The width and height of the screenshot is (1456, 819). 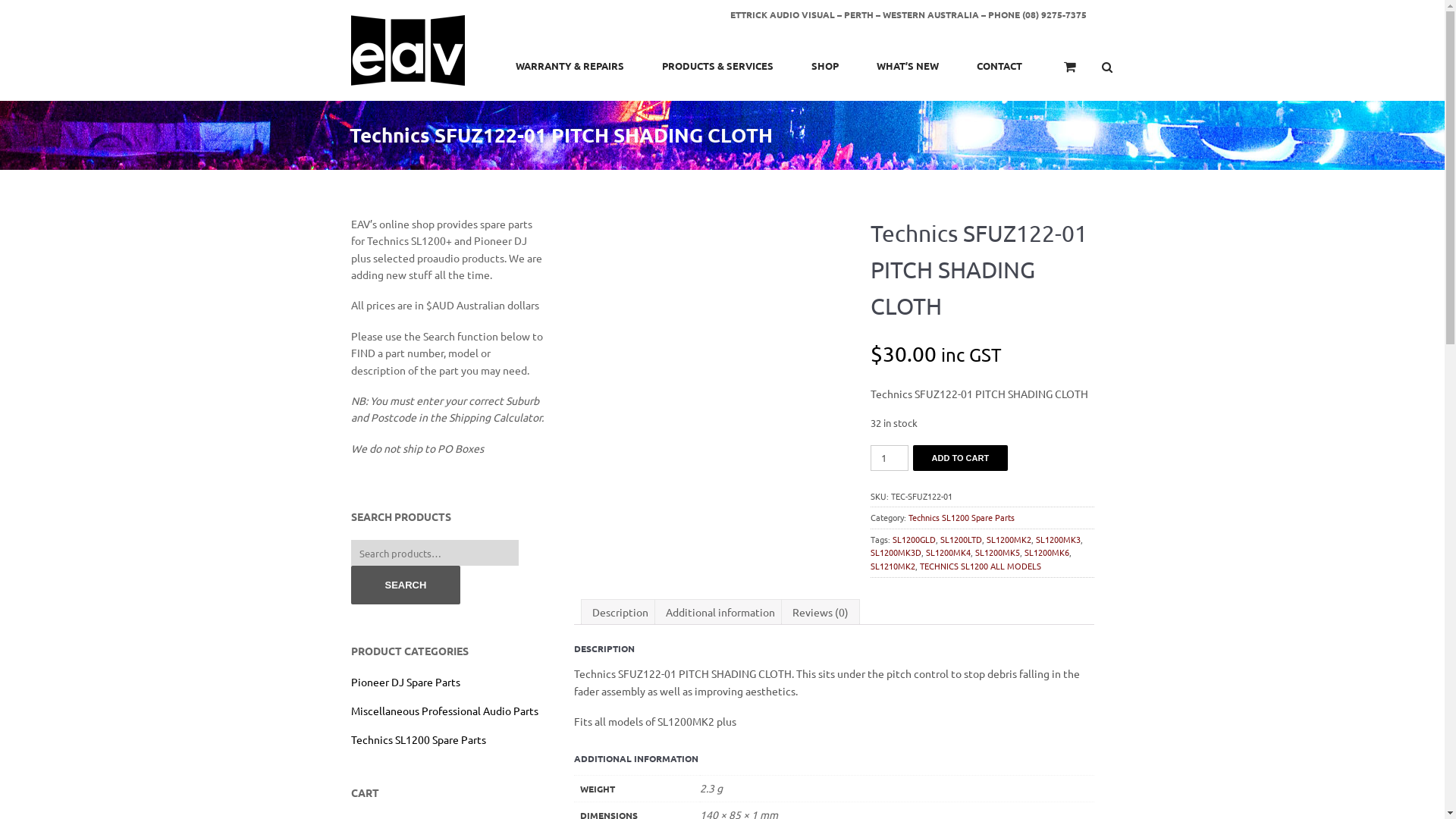 What do you see at coordinates (1058, 73) in the screenshot?
I see `'View your shopping cart'` at bounding box center [1058, 73].